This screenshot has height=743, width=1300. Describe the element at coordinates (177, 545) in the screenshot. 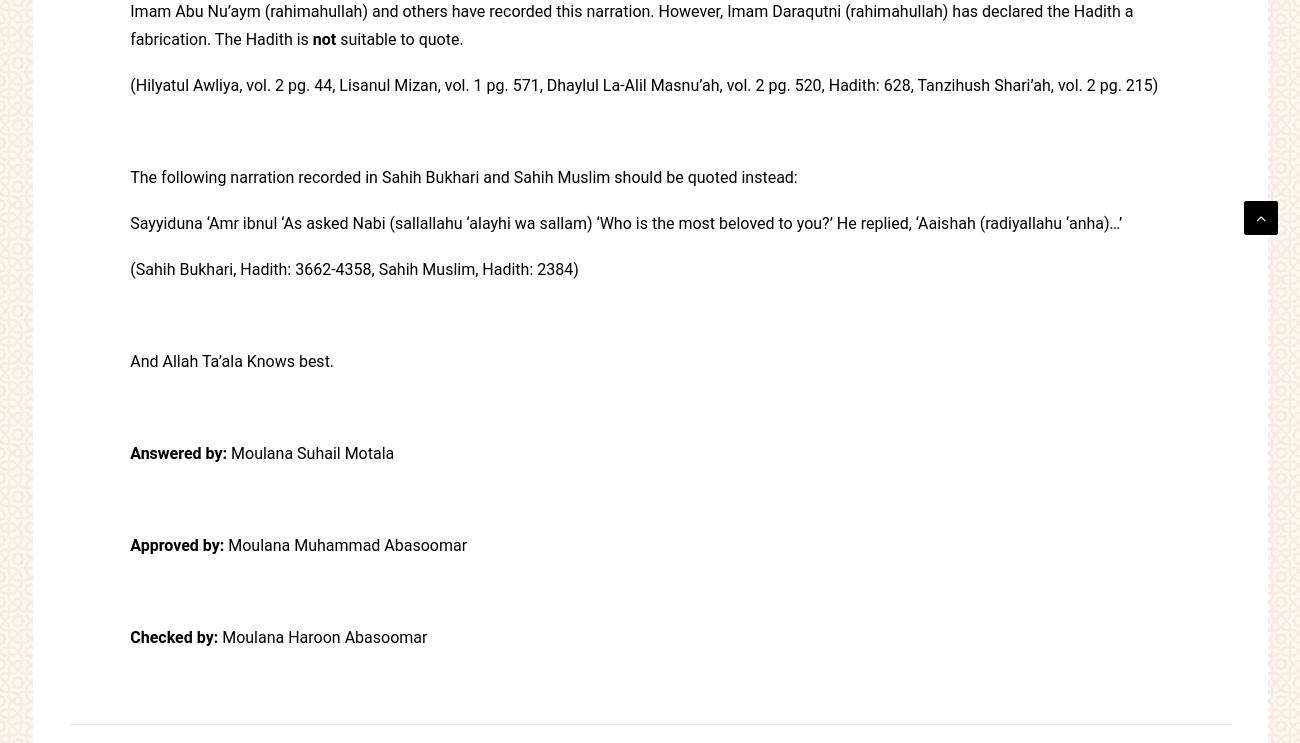

I see `'Approved by:'` at that location.